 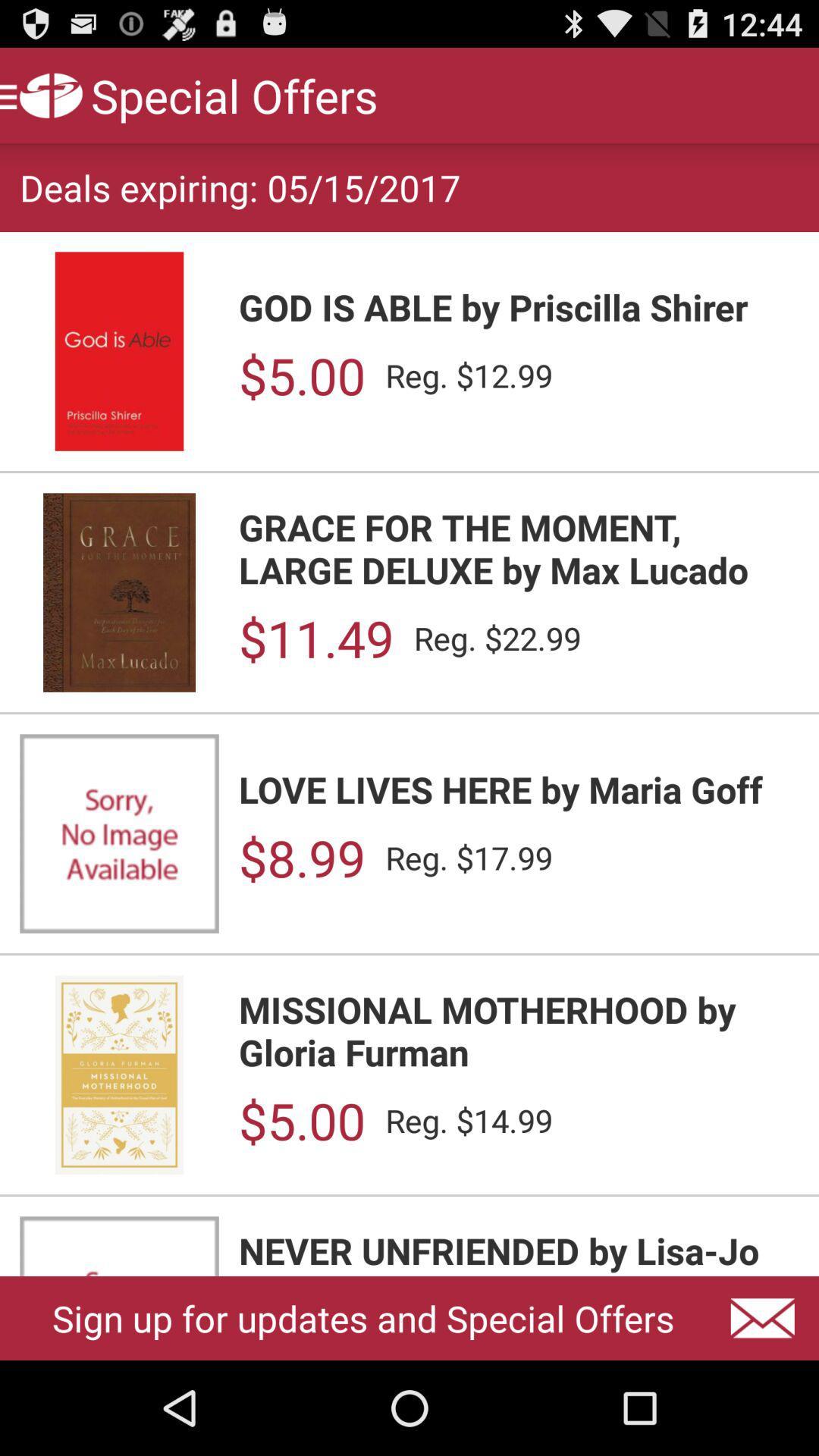 What do you see at coordinates (518, 789) in the screenshot?
I see `love lives here icon` at bounding box center [518, 789].